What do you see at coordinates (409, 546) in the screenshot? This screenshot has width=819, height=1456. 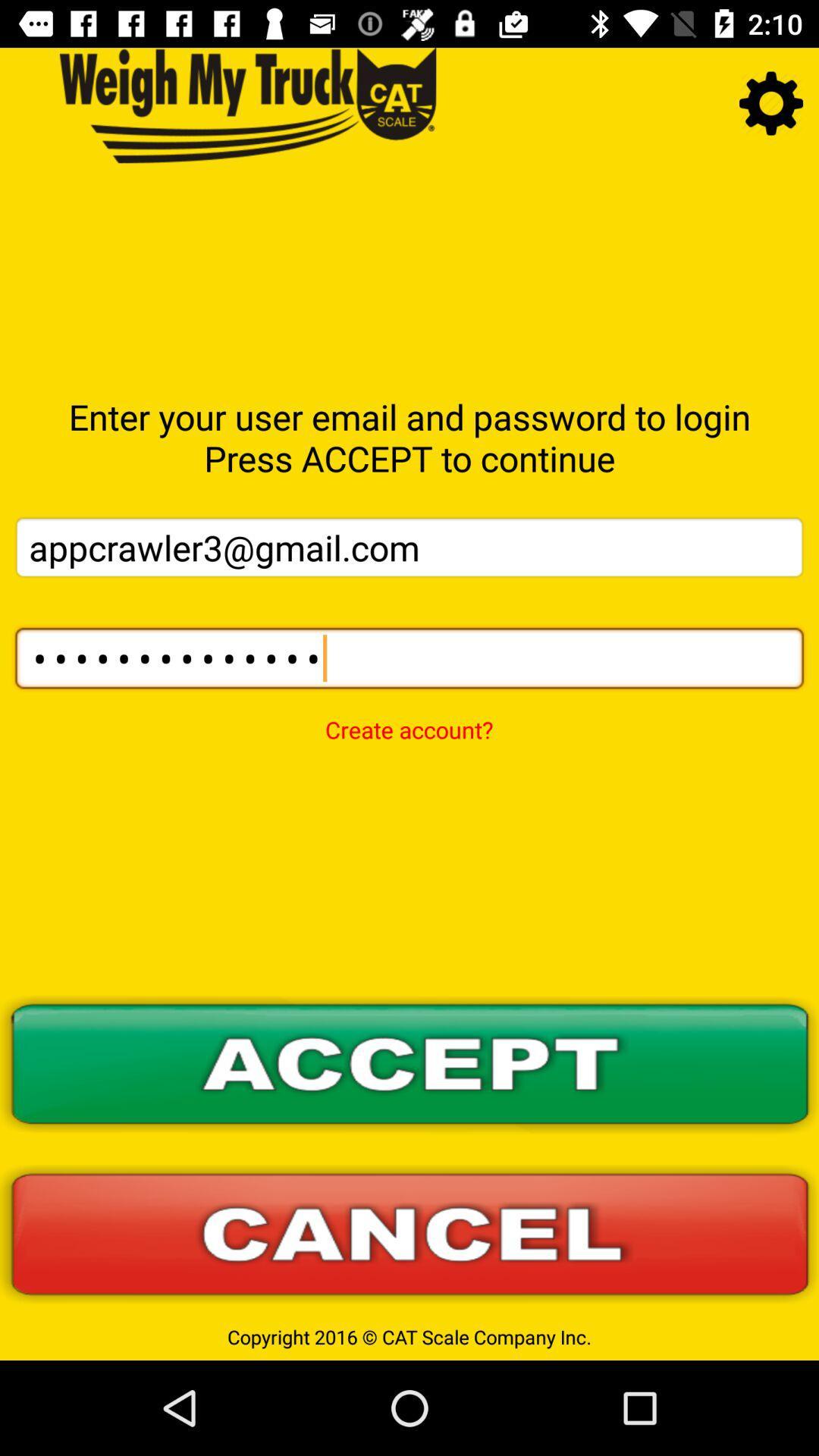 I see `appcrawler3@gmail.com icon` at bounding box center [409, 546].